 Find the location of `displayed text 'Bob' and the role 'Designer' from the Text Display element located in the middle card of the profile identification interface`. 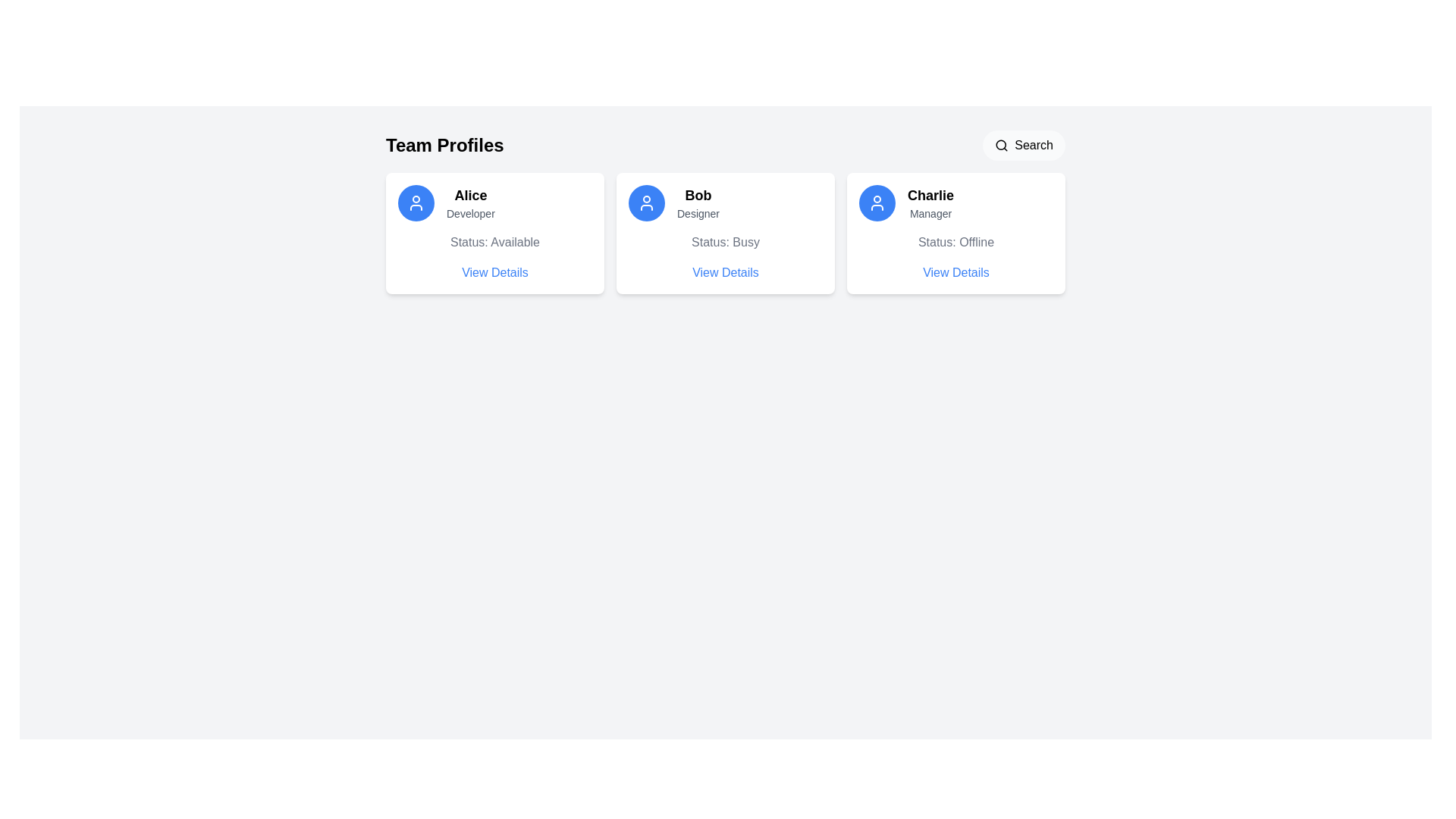

displayed text 'Bob' and the role 'Designer' from the Text Display element located in the middle card of the profile identification interface is located at coordinates (698, 202).